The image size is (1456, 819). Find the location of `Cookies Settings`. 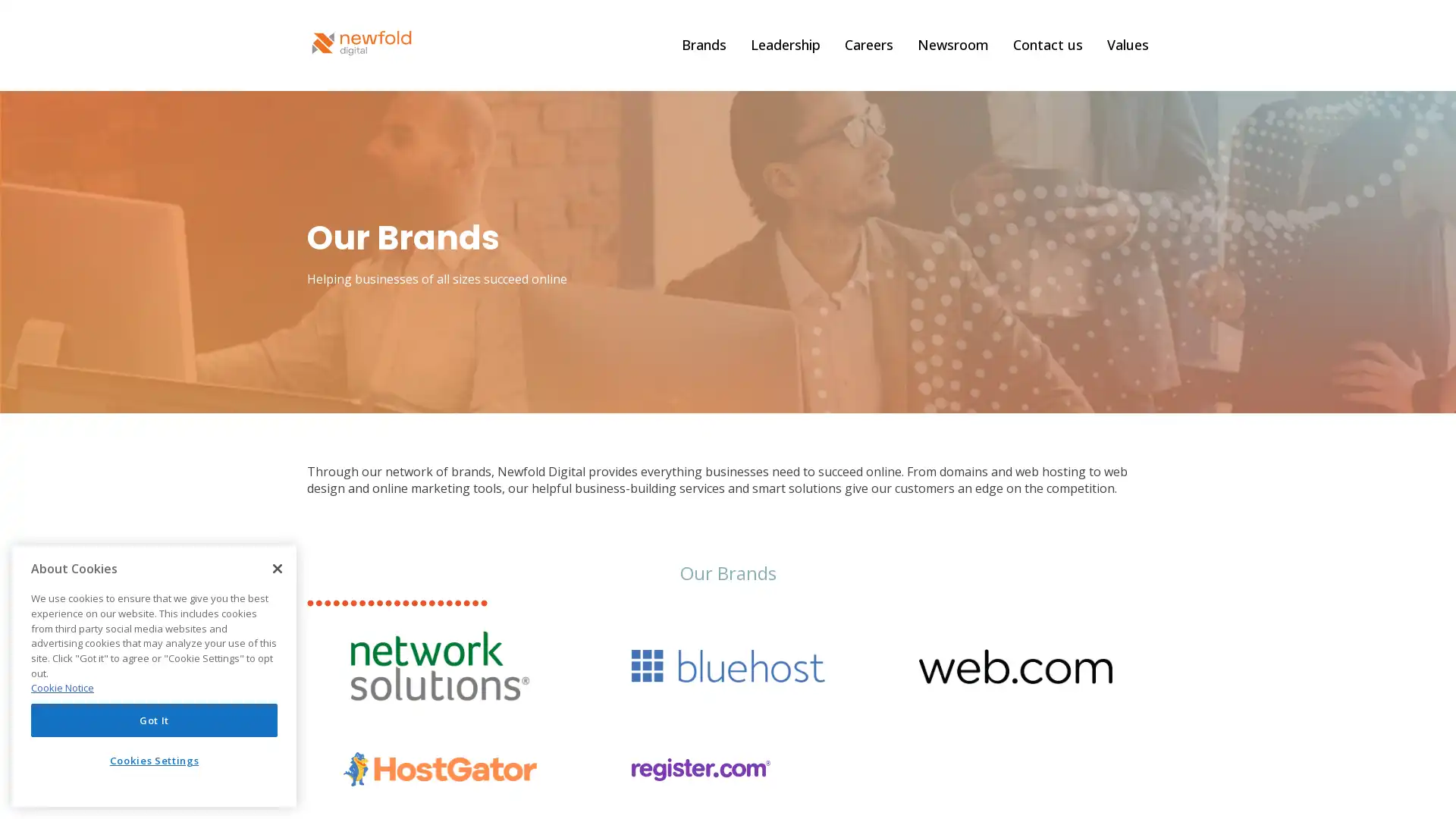

Cookies Settings is located at coordinates (154, 760).